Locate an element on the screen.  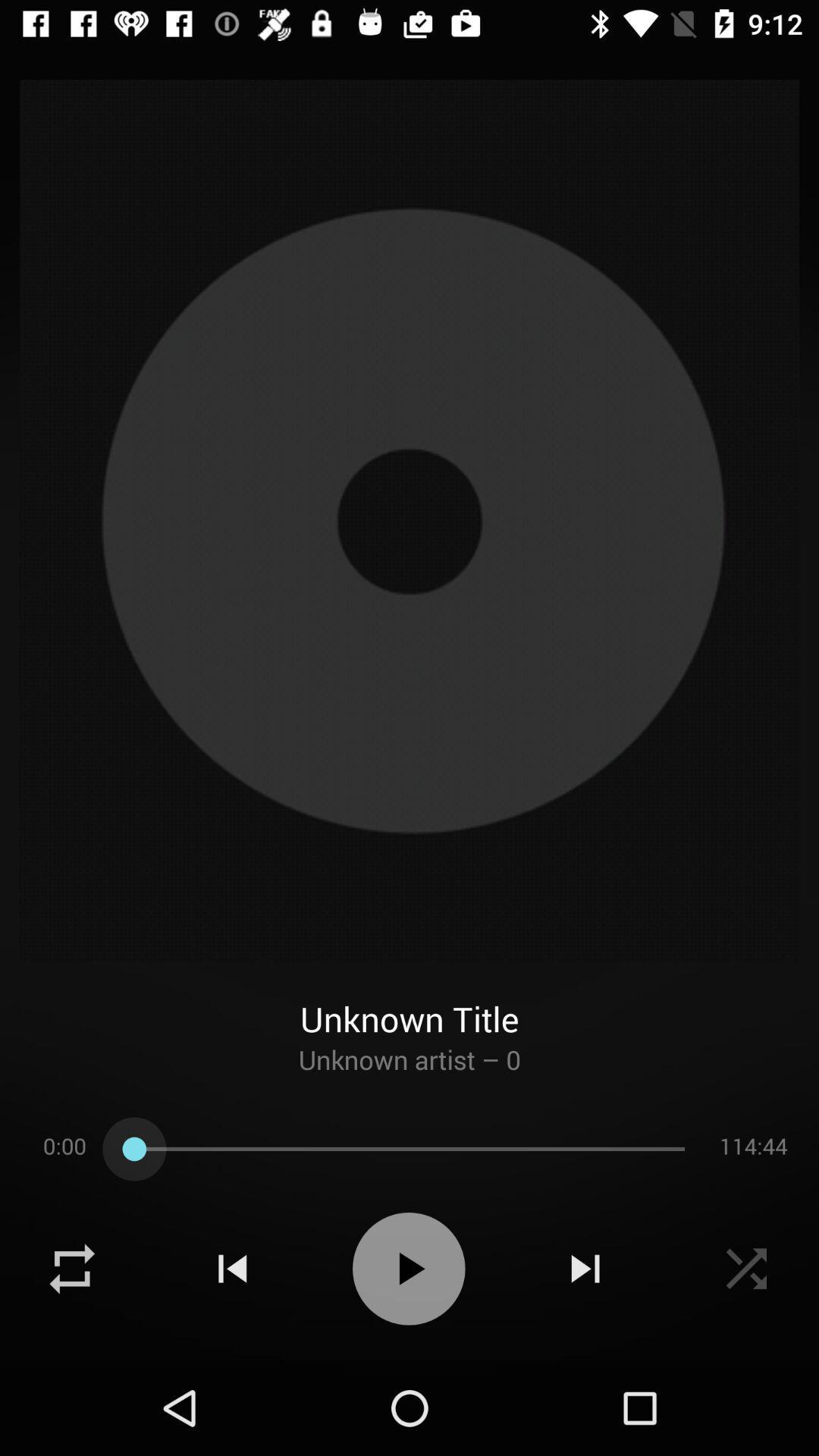
to shuffle option is located at coordinates (72, 1269).